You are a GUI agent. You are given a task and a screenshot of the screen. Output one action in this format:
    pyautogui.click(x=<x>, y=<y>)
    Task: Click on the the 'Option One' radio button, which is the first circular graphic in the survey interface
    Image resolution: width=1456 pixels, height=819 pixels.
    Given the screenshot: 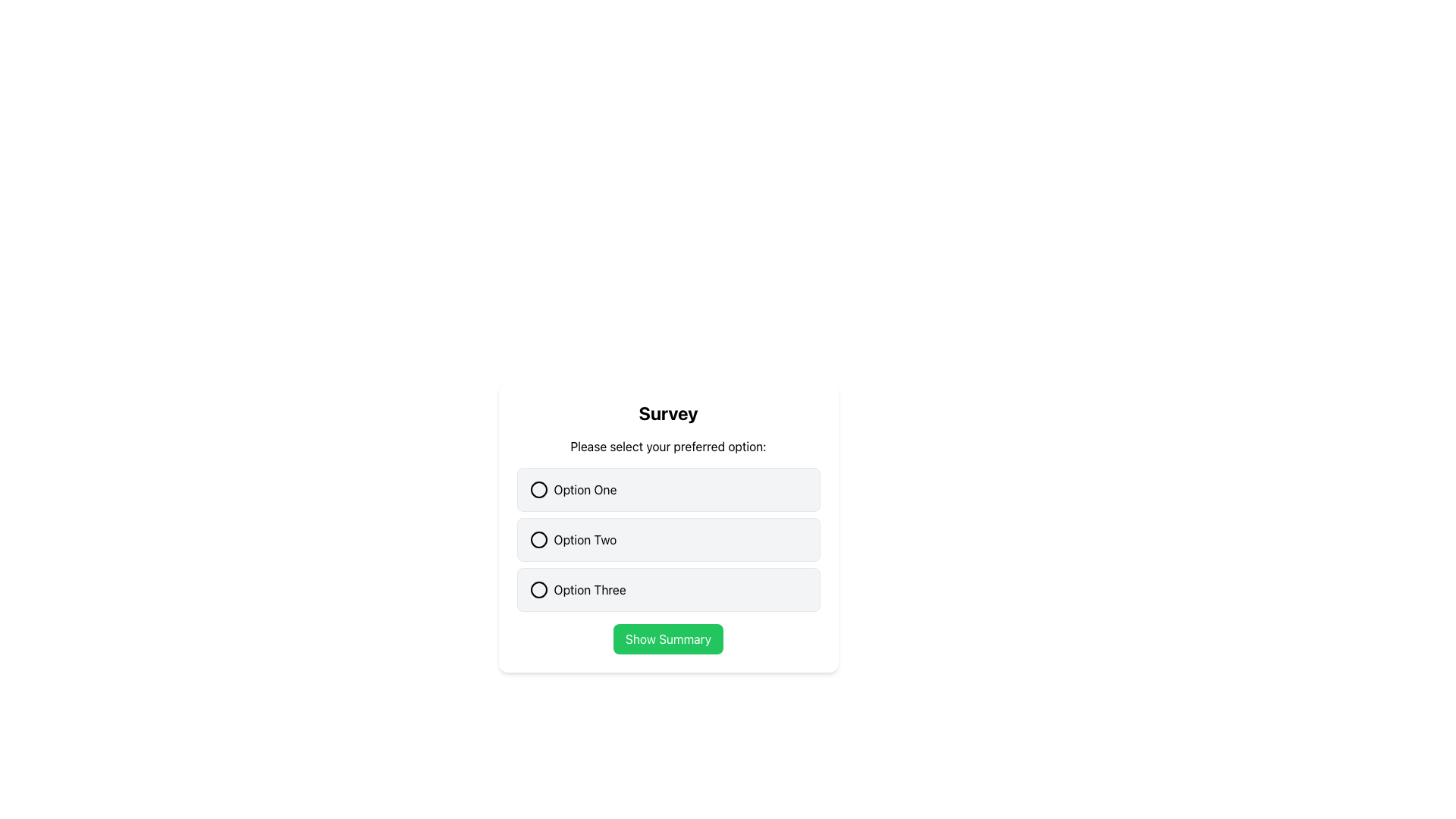 What is the action you would take?
    pyautogui.click(x=538, y=489)
    